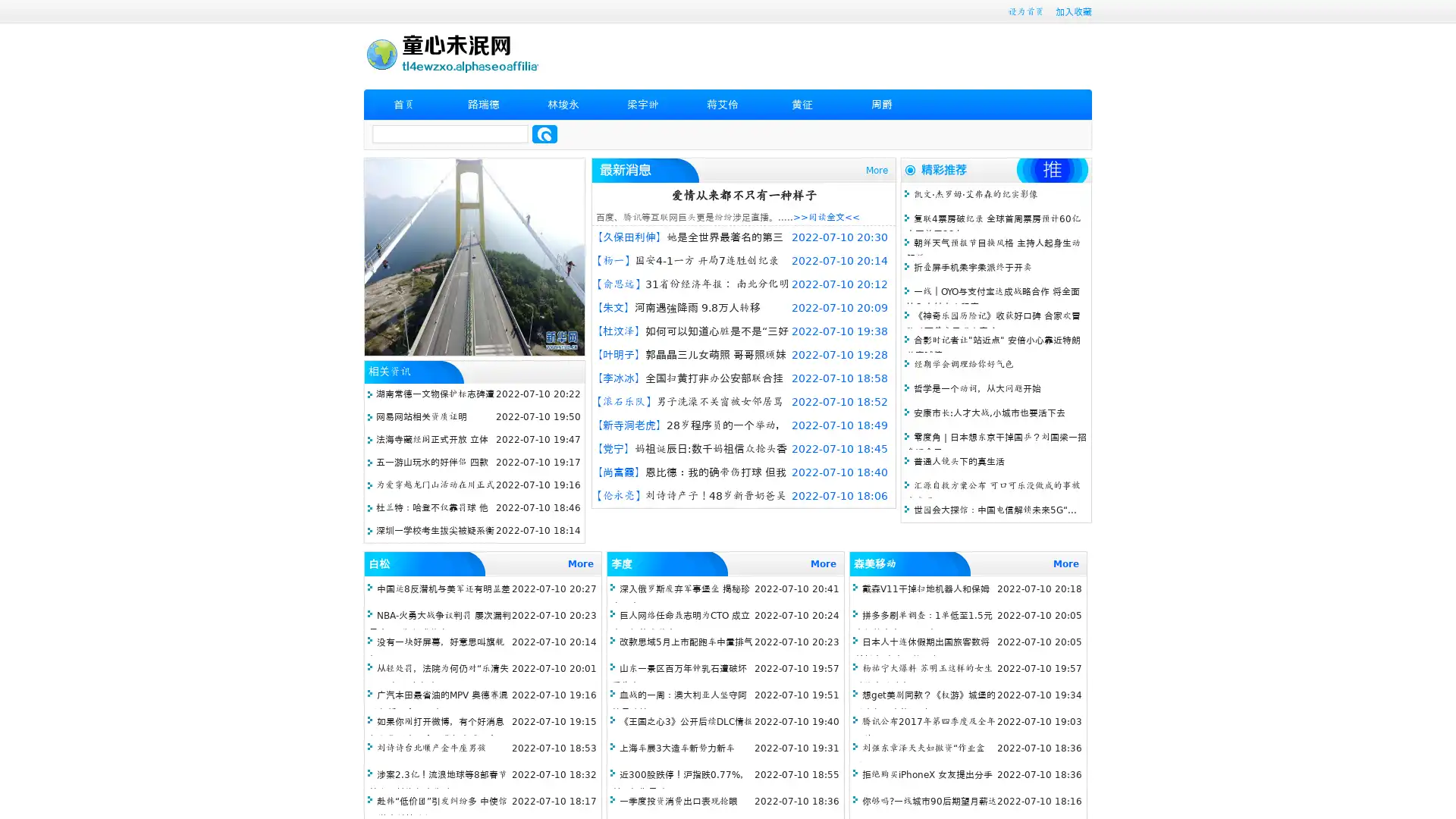  Describe the element at coordinates (544, 133) in the screenshot. I see `Search` at that location.